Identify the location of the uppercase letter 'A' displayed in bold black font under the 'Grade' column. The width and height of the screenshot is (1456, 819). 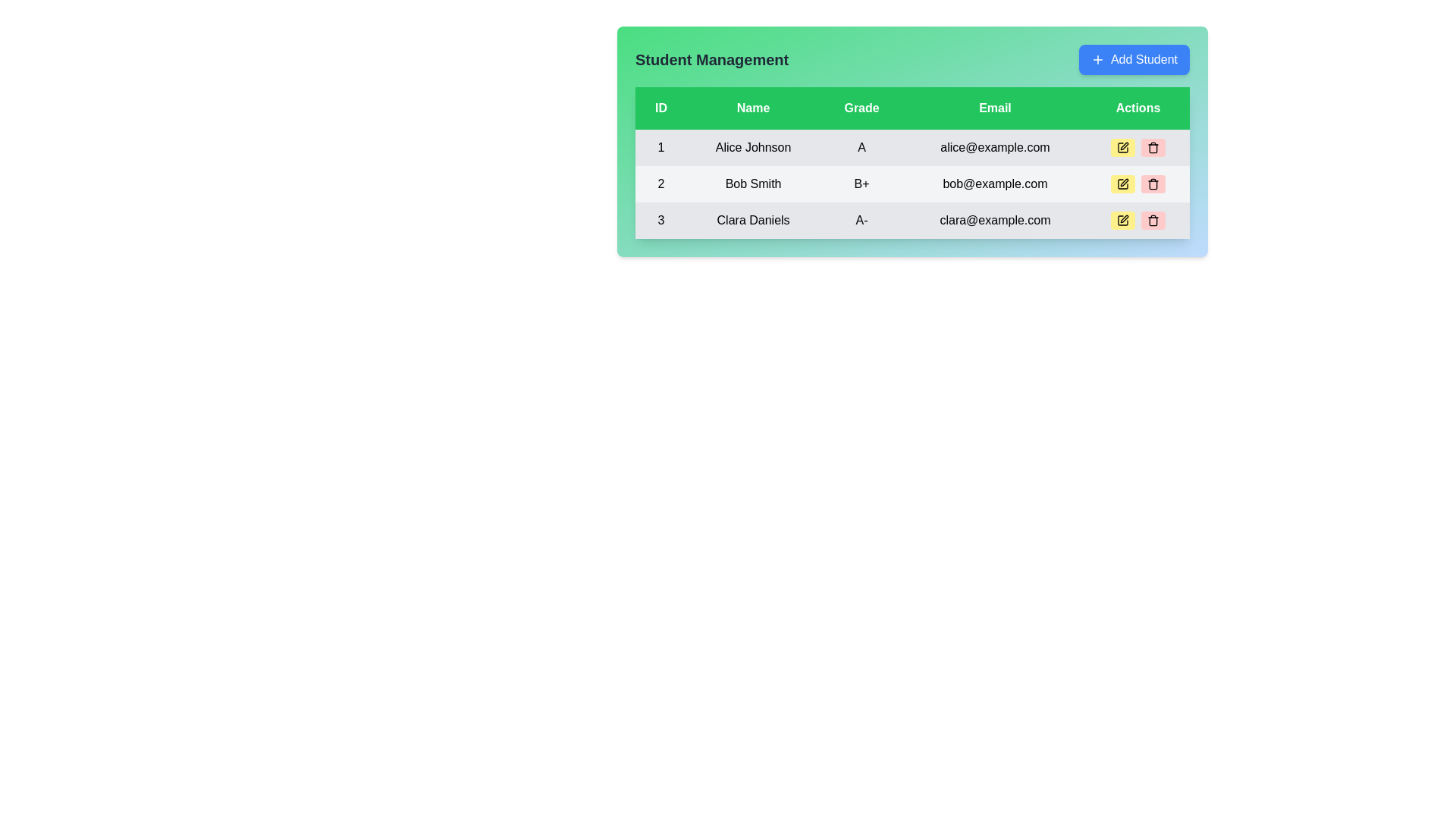
(861, 148).